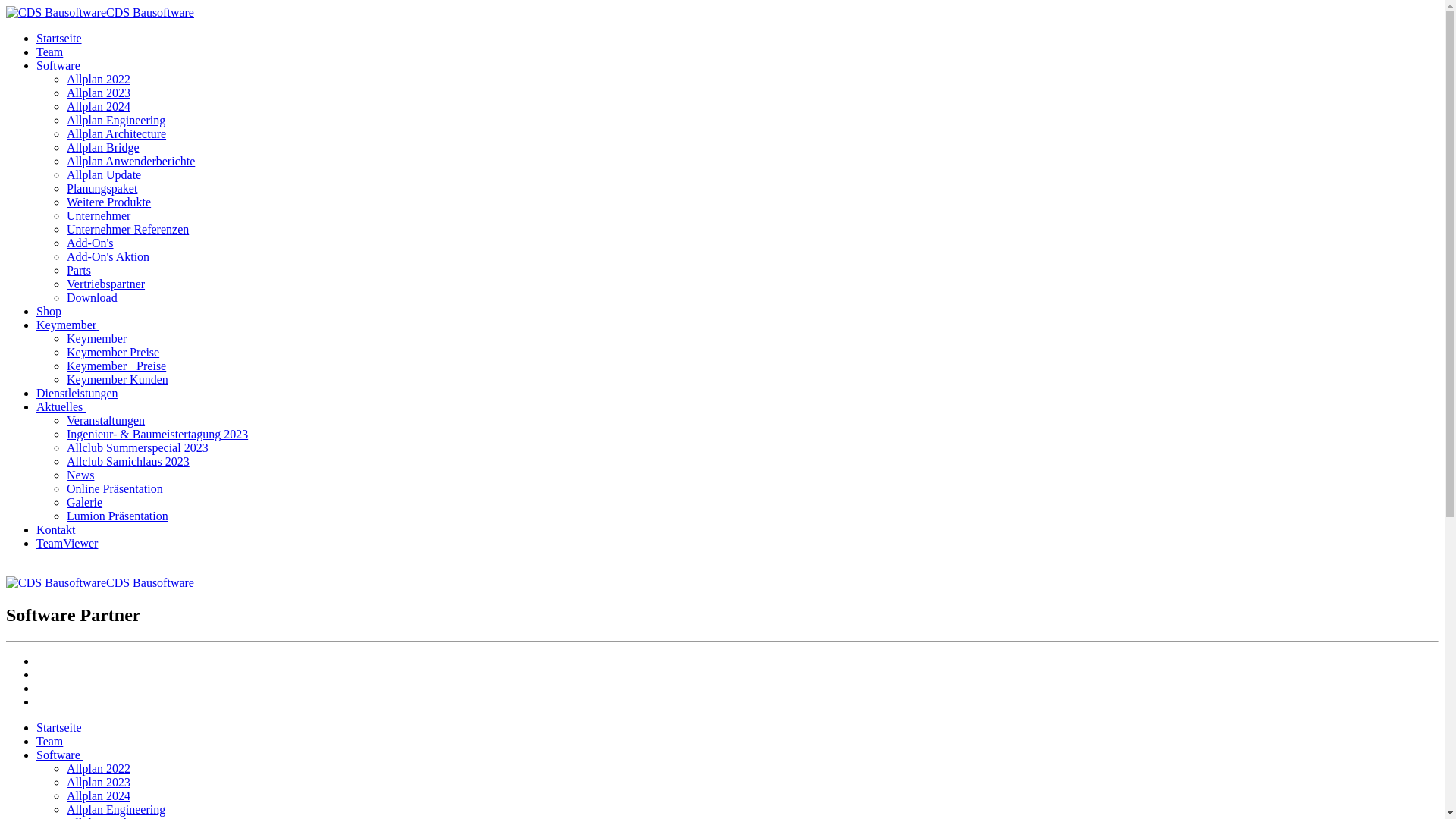 Image resolution: width=1456 pixels, height=819 pixels. Describe the element at coordinates (65, 352) in the screenshot. I see `'Keymember Preise'` at that location.